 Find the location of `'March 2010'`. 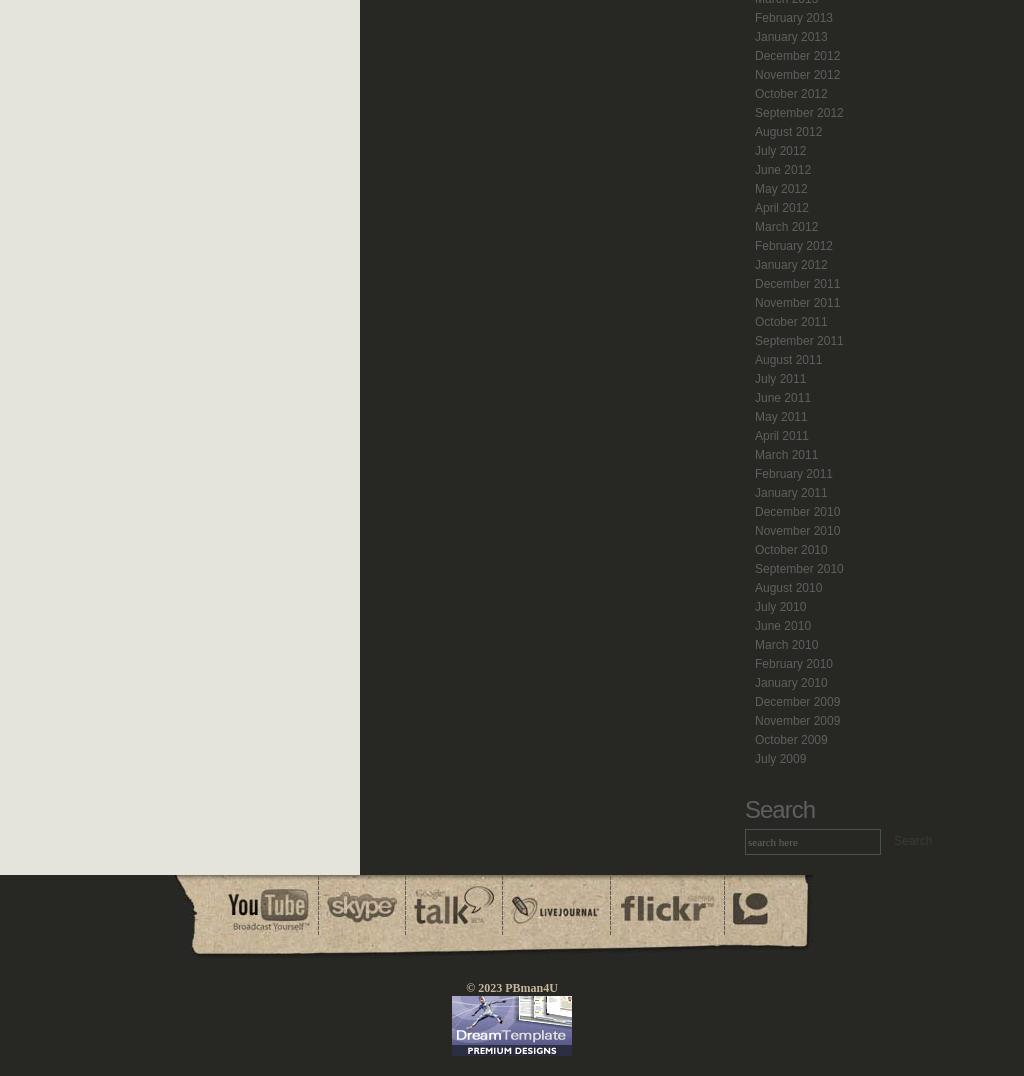

'March 2010' is located at coordinates (753, 643).